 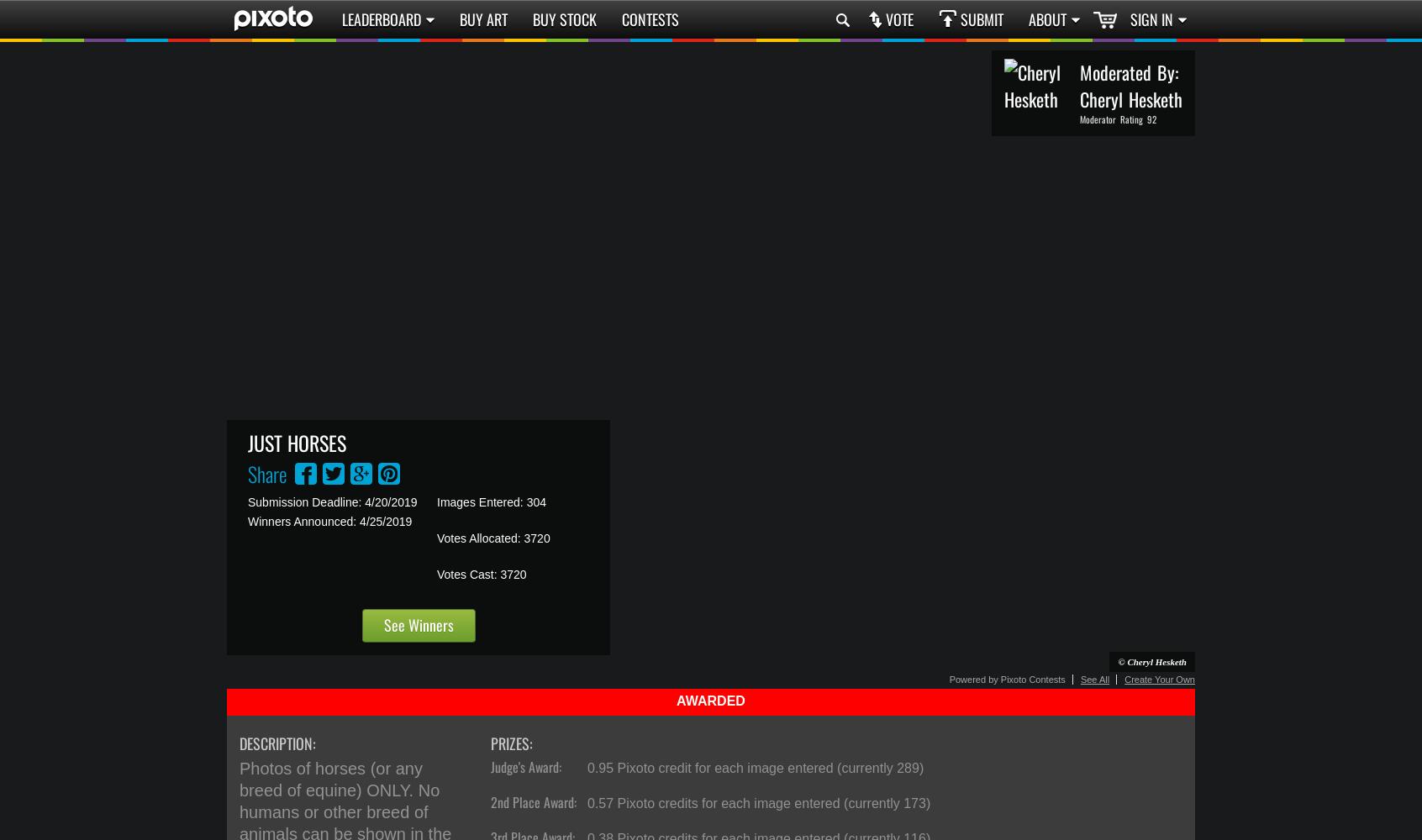 What do you see at coordinates (649, 19) in the screenshot?
I see `'Contests'` at bounding box center [649, 19].